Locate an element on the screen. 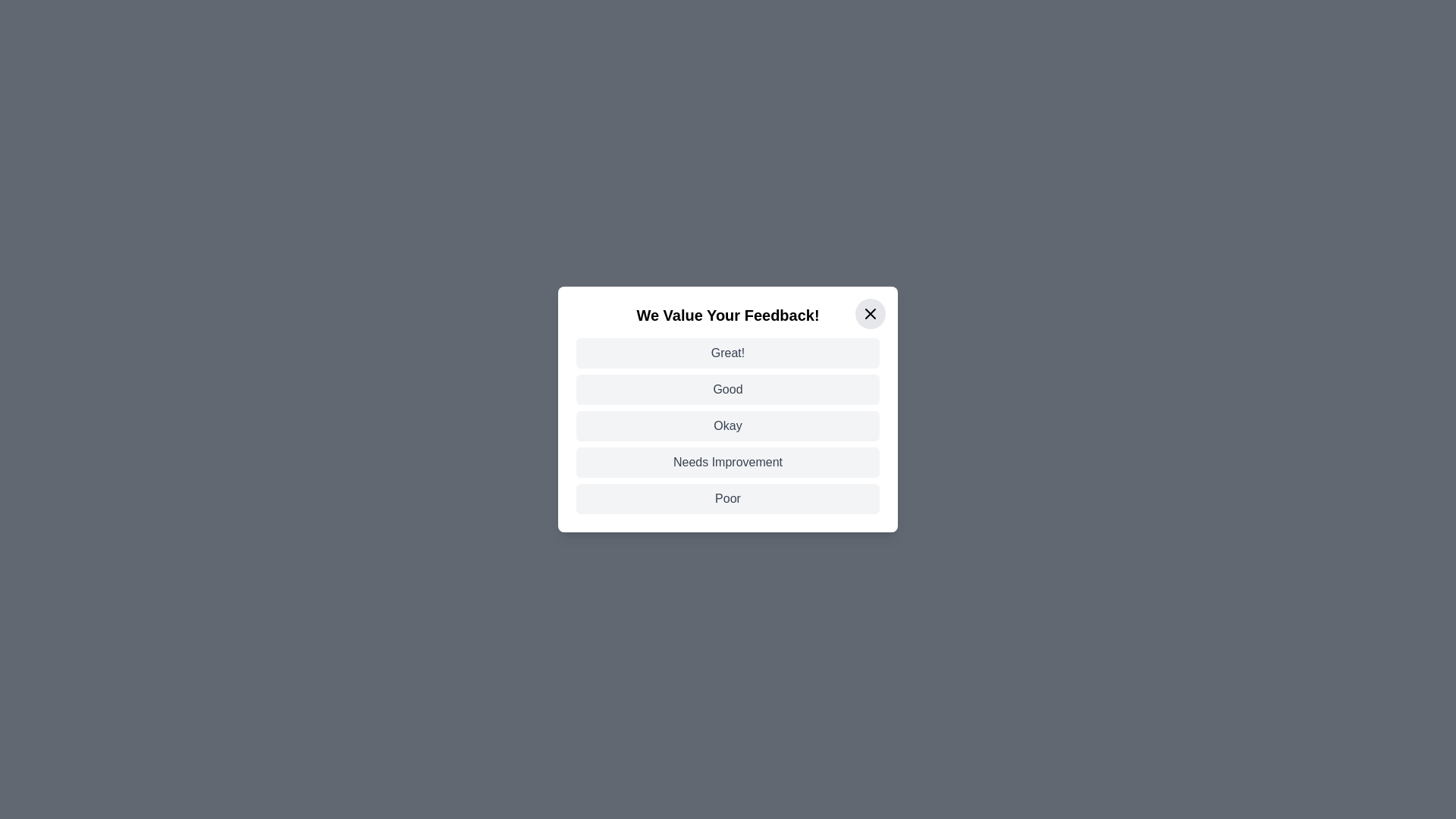  close button at the top-right corner of the dialog is located at coordinates (870, 312).